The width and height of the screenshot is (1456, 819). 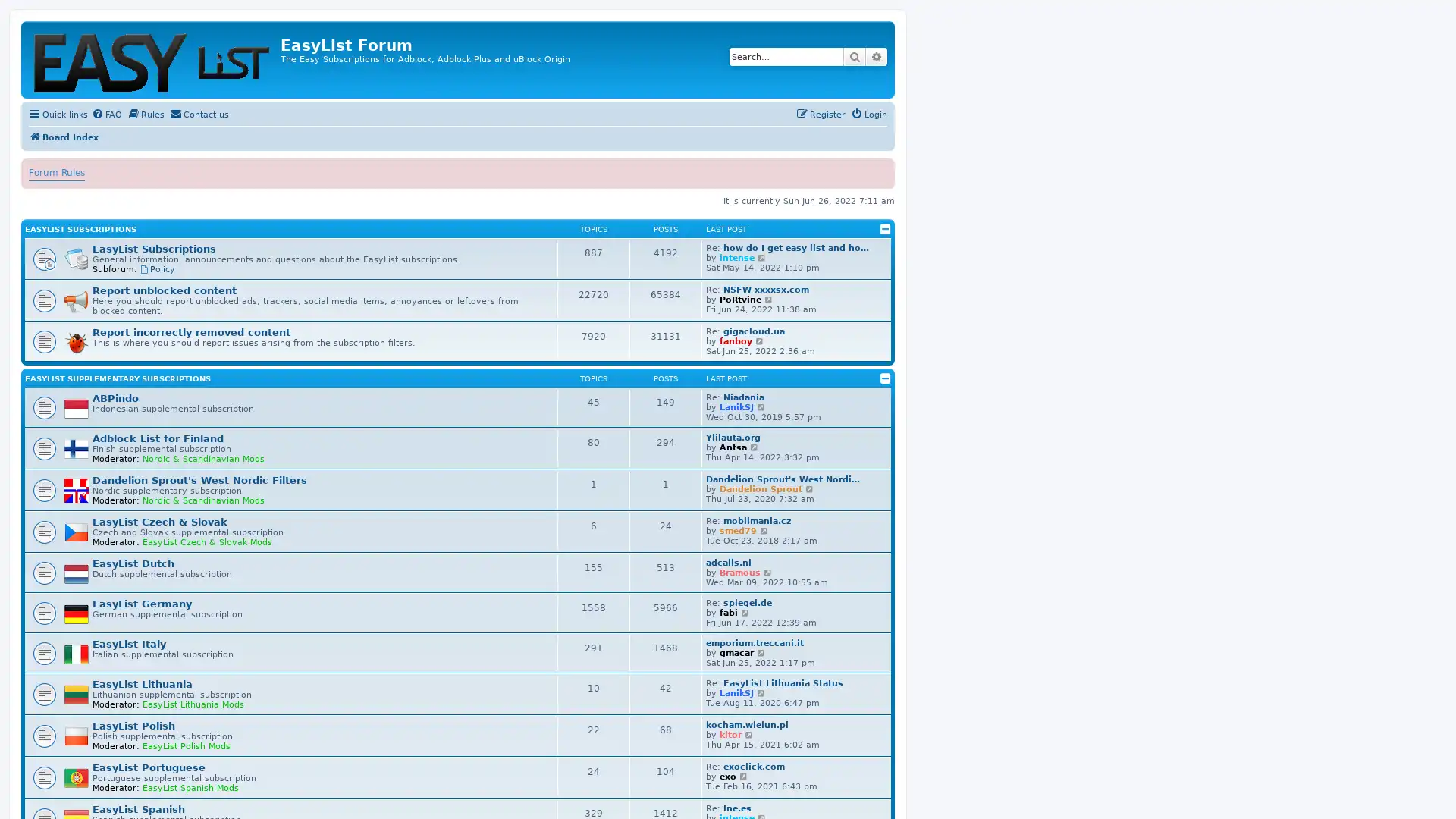 I want to click on Search, so click(x=855, y=55).